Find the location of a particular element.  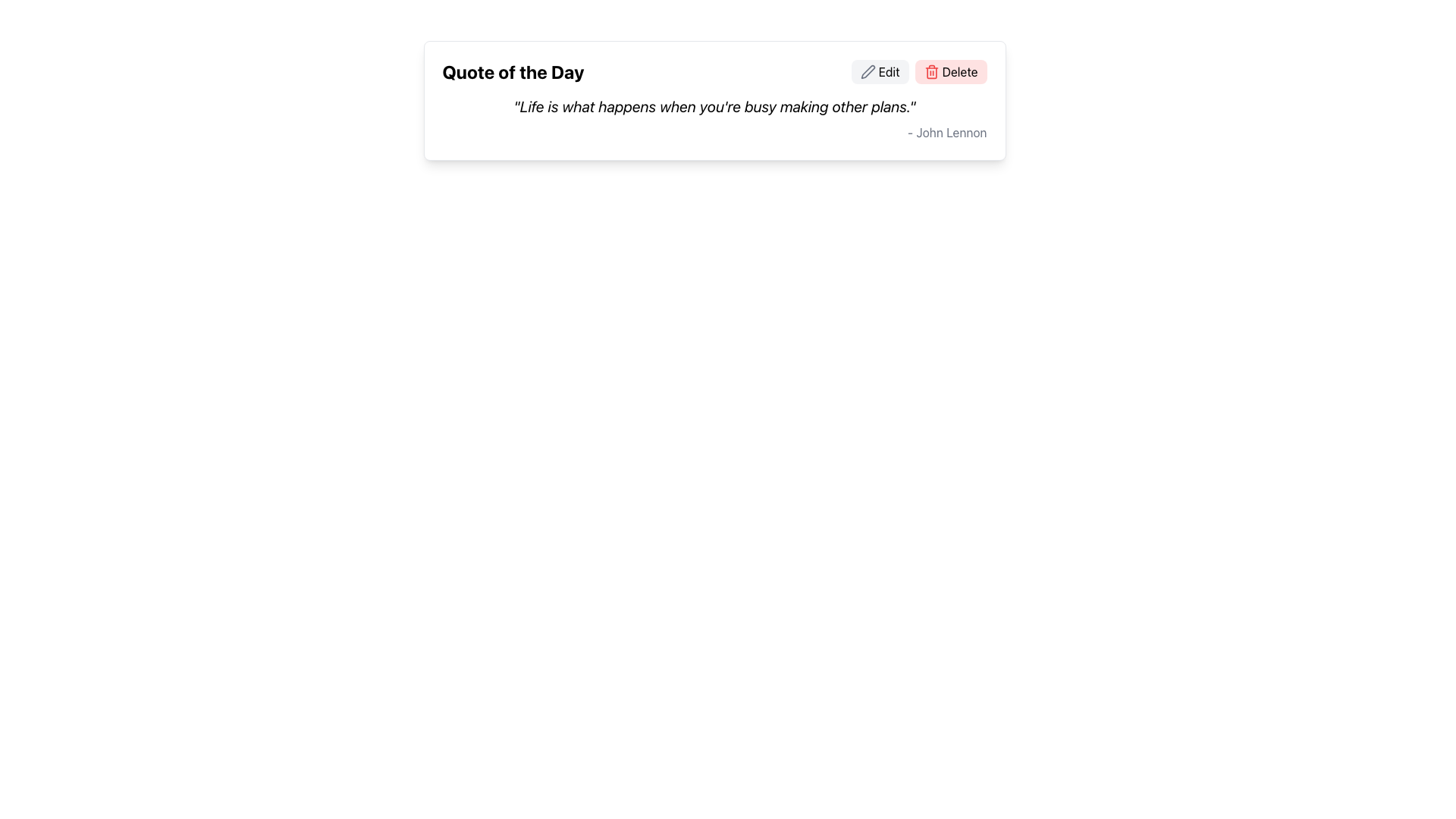

the text label displaying 'Edit', which is styled in bold sans-serif font and located beside a pen icon in the toolbar section for editing actions is located at coordinates (889, 72).